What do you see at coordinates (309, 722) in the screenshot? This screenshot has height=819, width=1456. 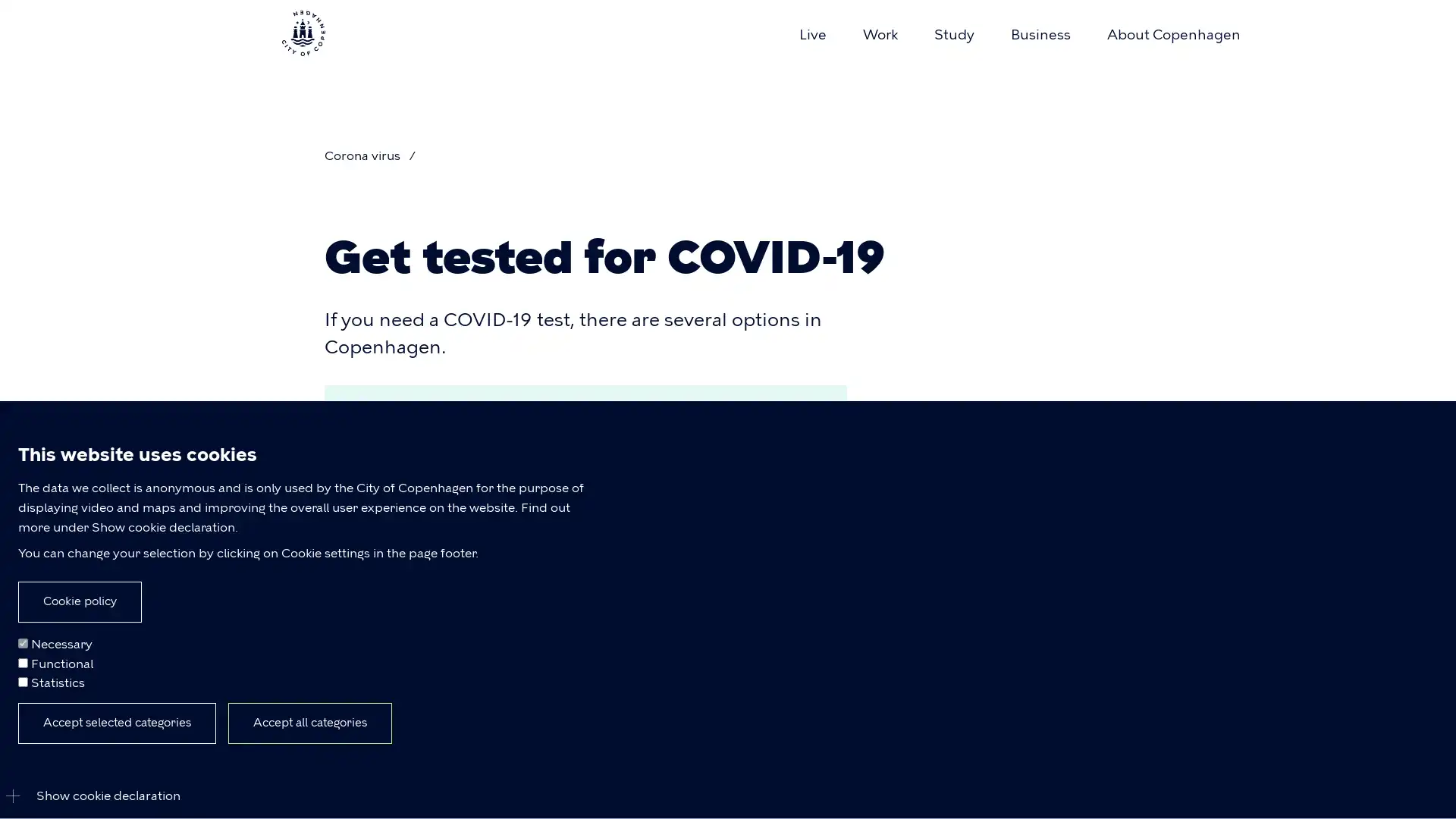 I see `Accept all categories` at bounding box center [309, 722].